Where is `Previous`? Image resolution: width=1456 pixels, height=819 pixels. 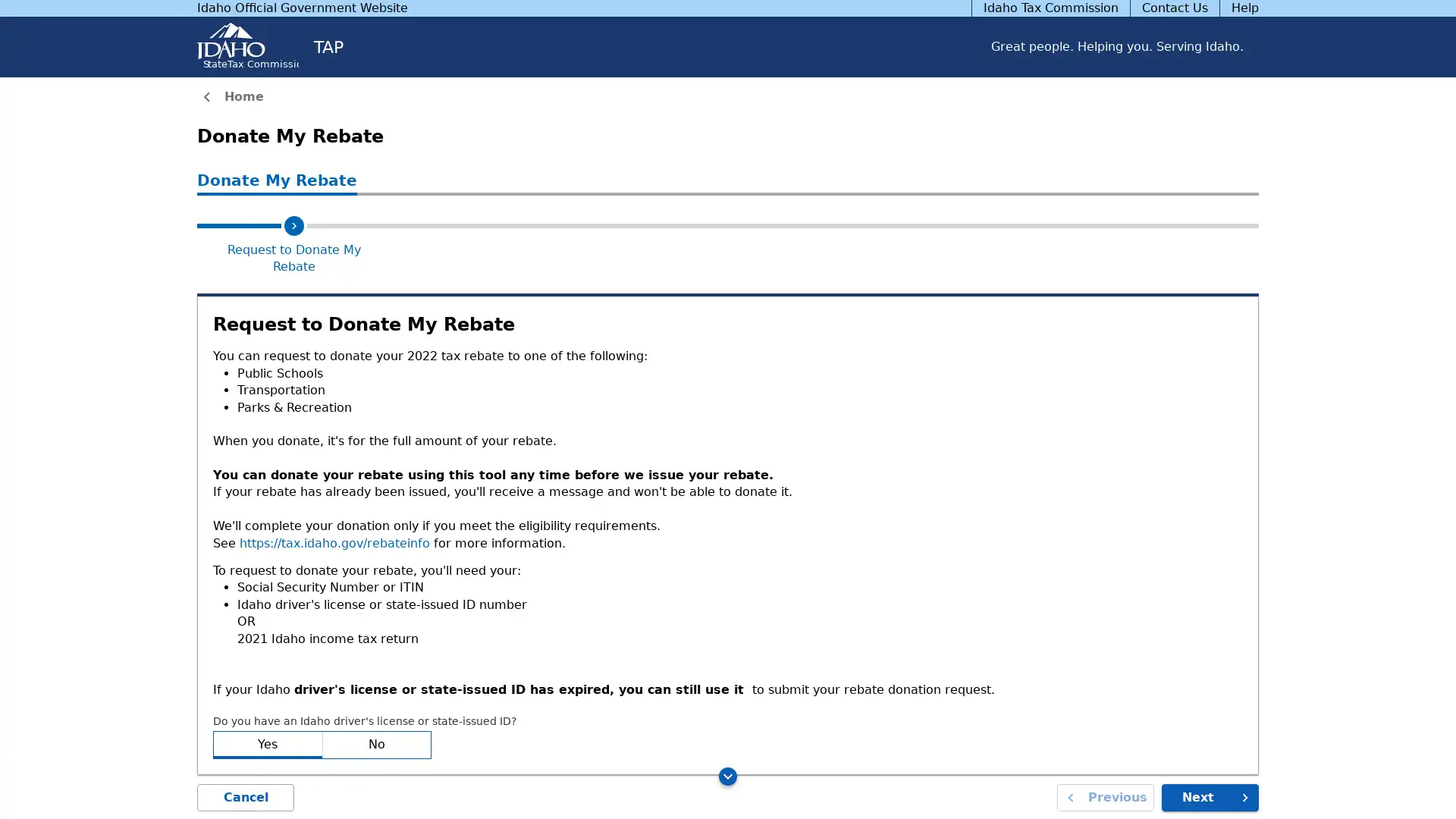 Previous is located at coordinates (1106, 796).